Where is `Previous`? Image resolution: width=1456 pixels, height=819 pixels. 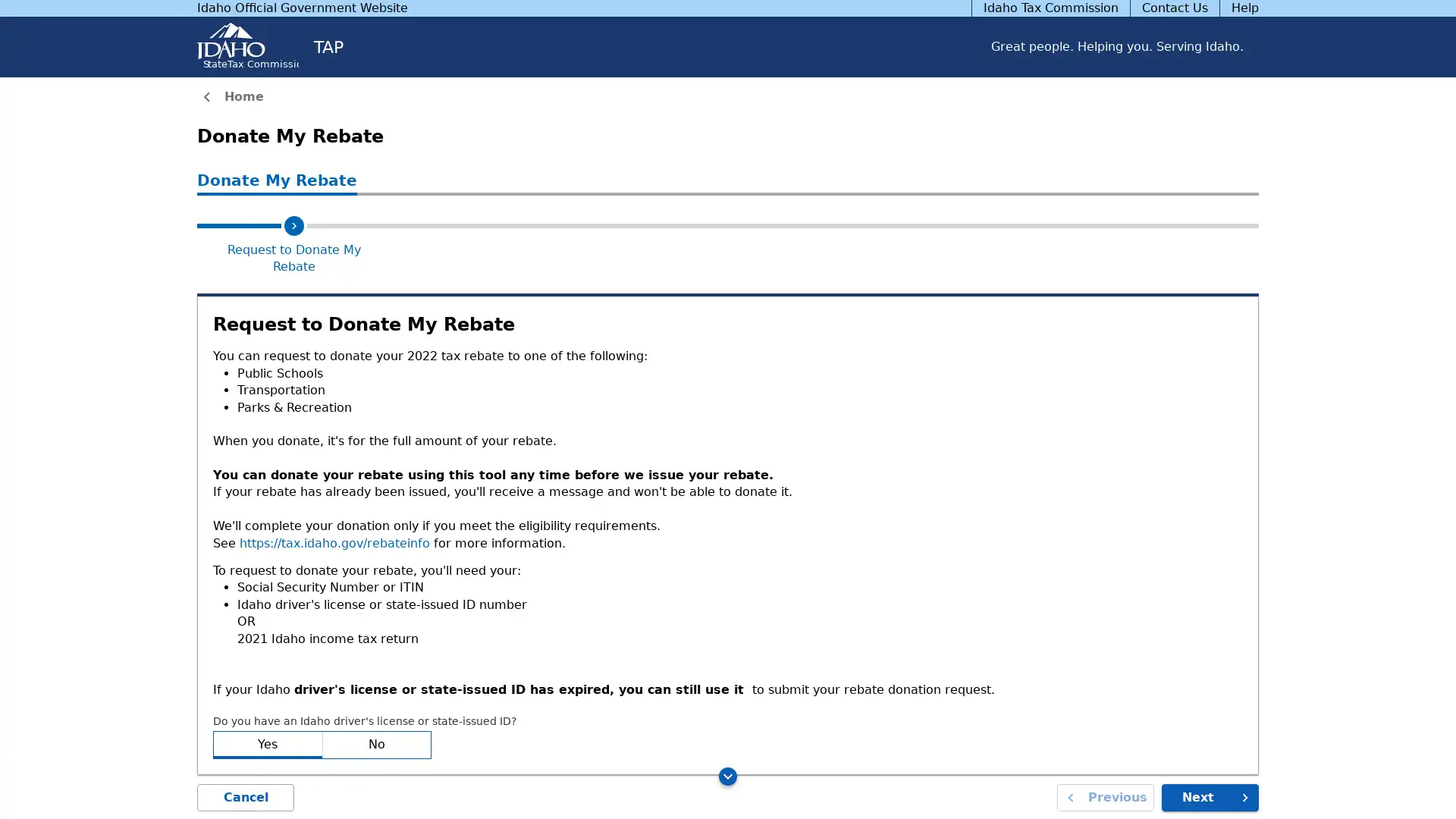 Previous is located at coordinates (1106, 796).